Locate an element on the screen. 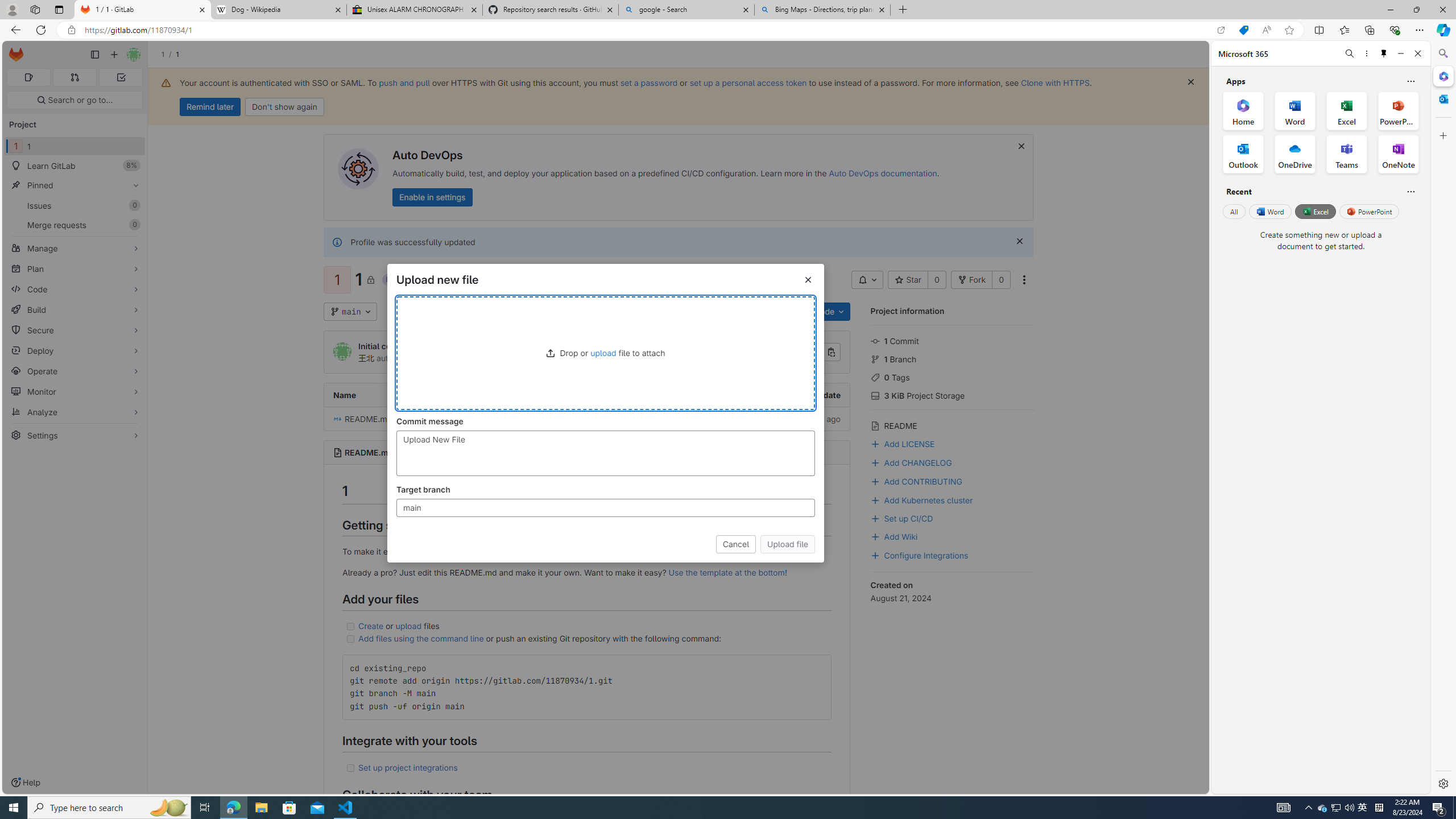 This screenshot has width=1456, height=819. 'Outlook Office App' is located at coordinates (1243, 154).